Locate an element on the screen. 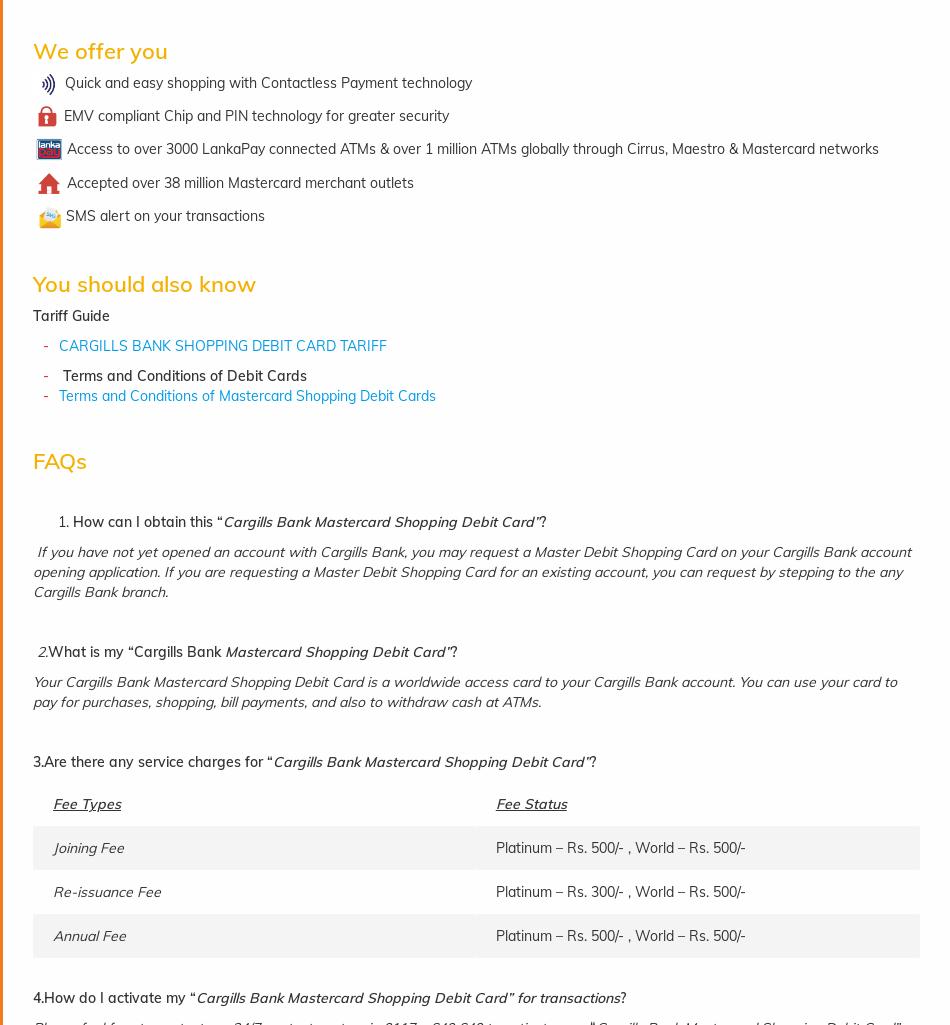 The width and height of the screenshot is (950, 1025). 'EMV compliant Chip and PIN technology for greater security' is located at coordinates (255, 115).